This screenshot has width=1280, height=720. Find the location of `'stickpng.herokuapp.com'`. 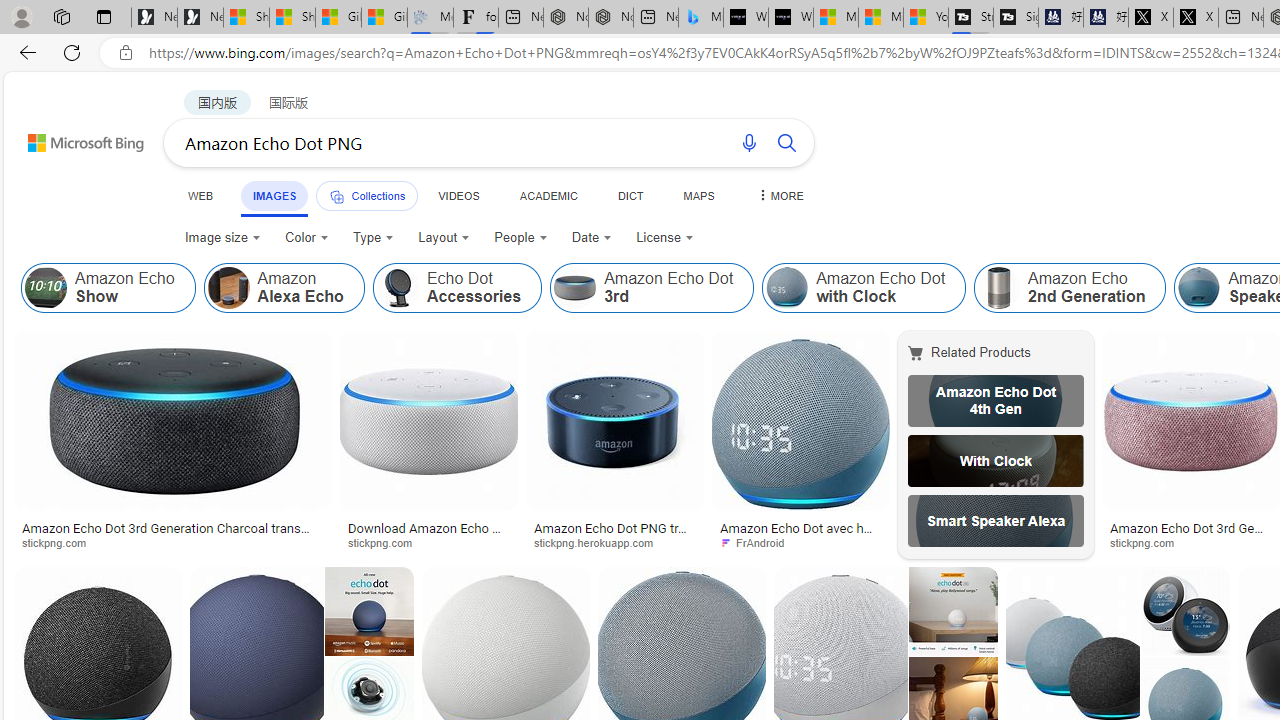

'stickpng.herokuapp.com' is located at coordinates (599, 542).